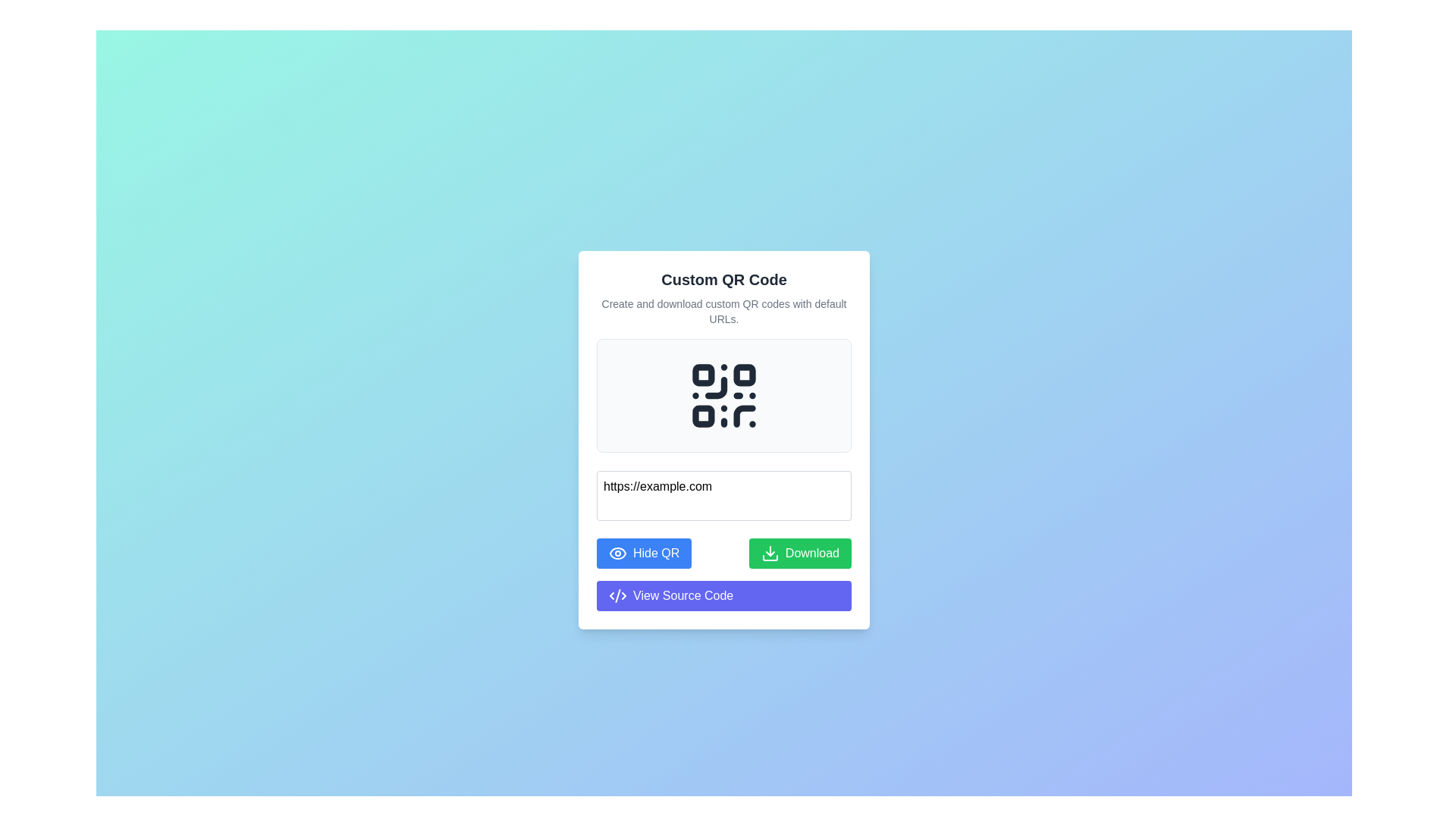  I want to click on the displayed content of the placeholder QR code located at the center of the card layout, positioned below the instruction textbox and above the URL input field, so click(723, 394).